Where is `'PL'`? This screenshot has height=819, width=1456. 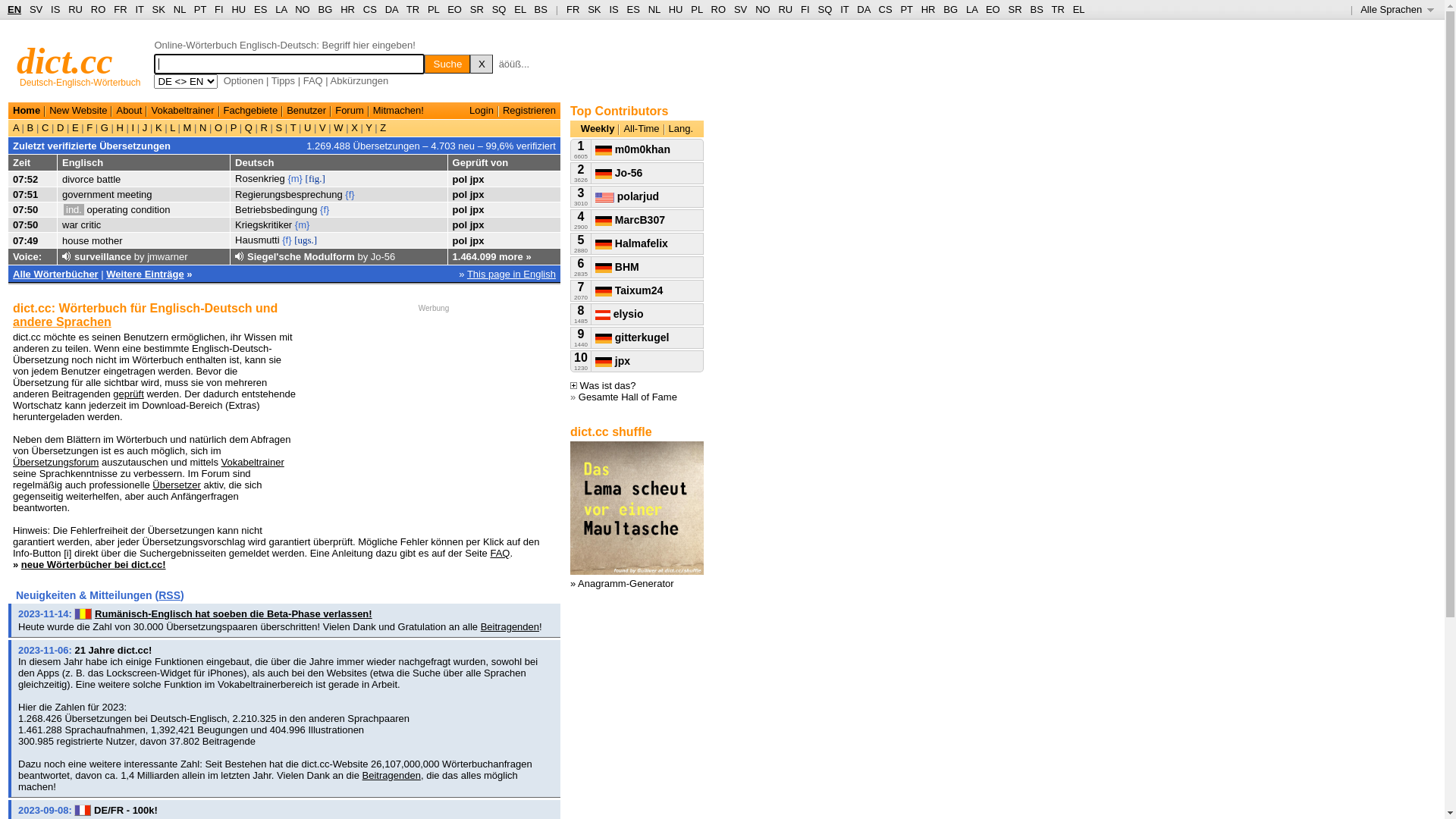
'PL' is located at coordinates (432, 9).